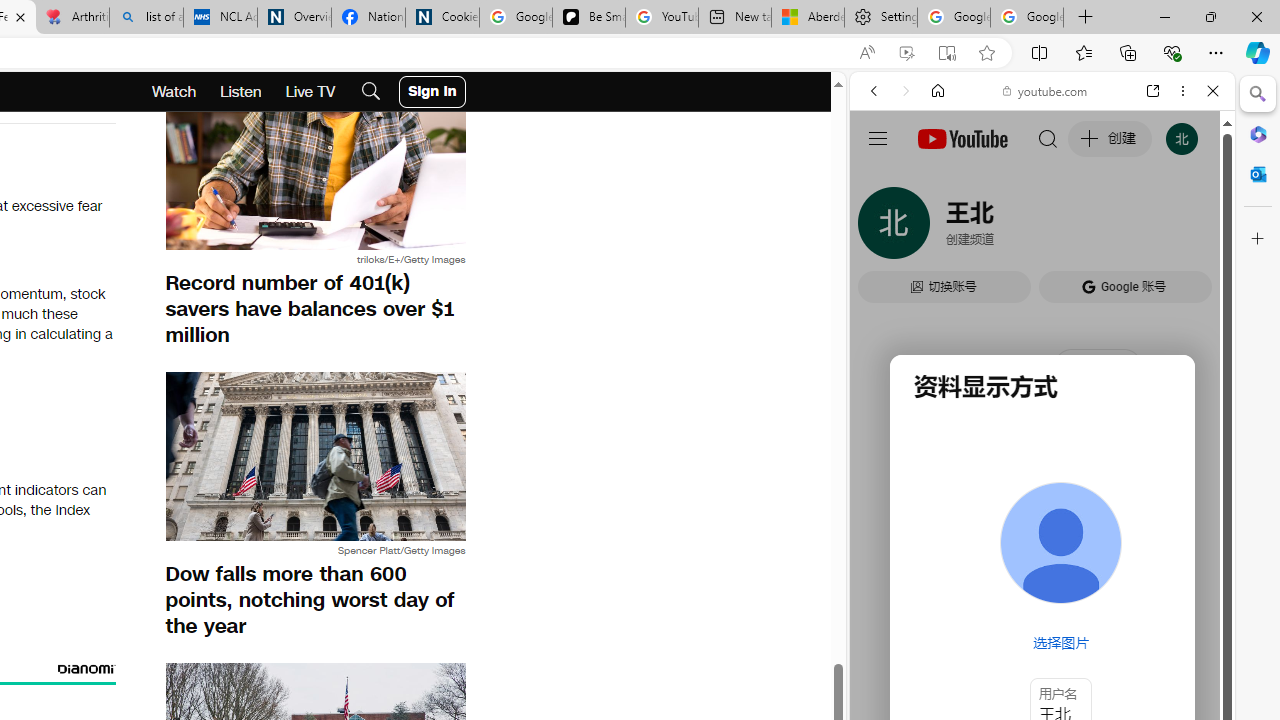  Describe the element at coordinates (881, 227) in the screenshot. I see `'WEB  '` at that location.